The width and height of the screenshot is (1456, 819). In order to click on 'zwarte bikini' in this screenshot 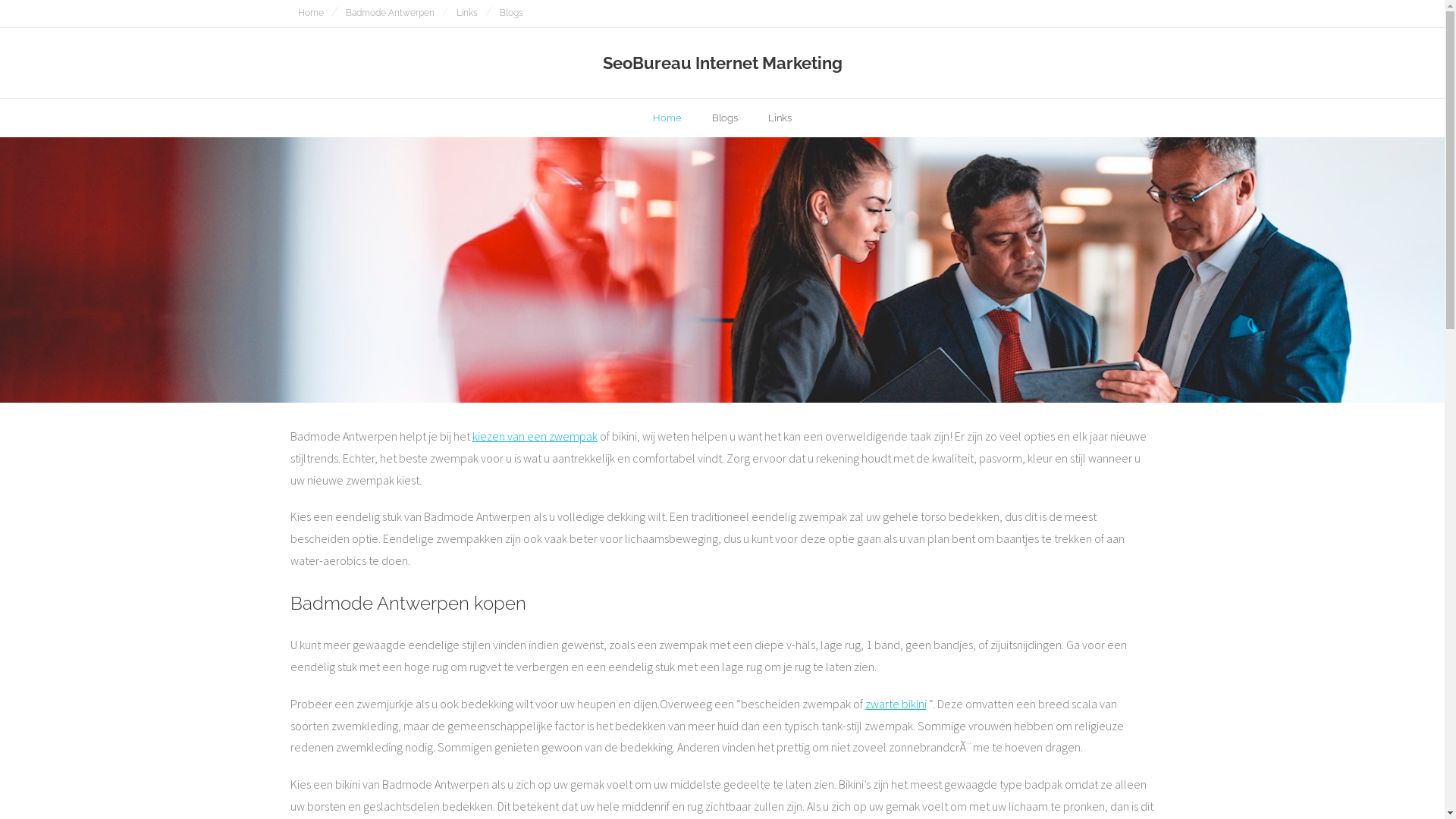, I will do `click(895, 704)`.